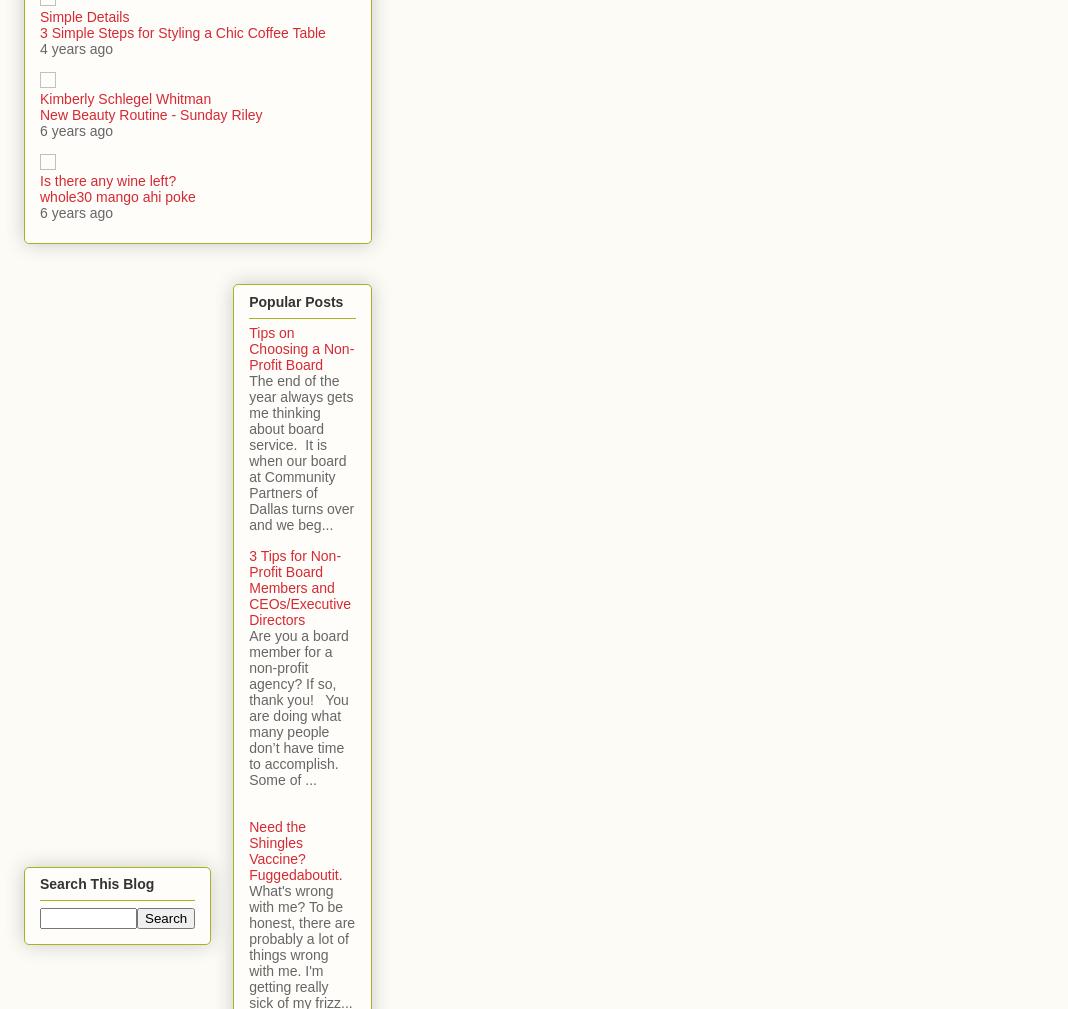  What do you see at coordinates (294, 849) in the screenshot?
I see `'Need the Shingles Vaccine?  Fuggedaboutit.'` at bounding box center [294, 849].